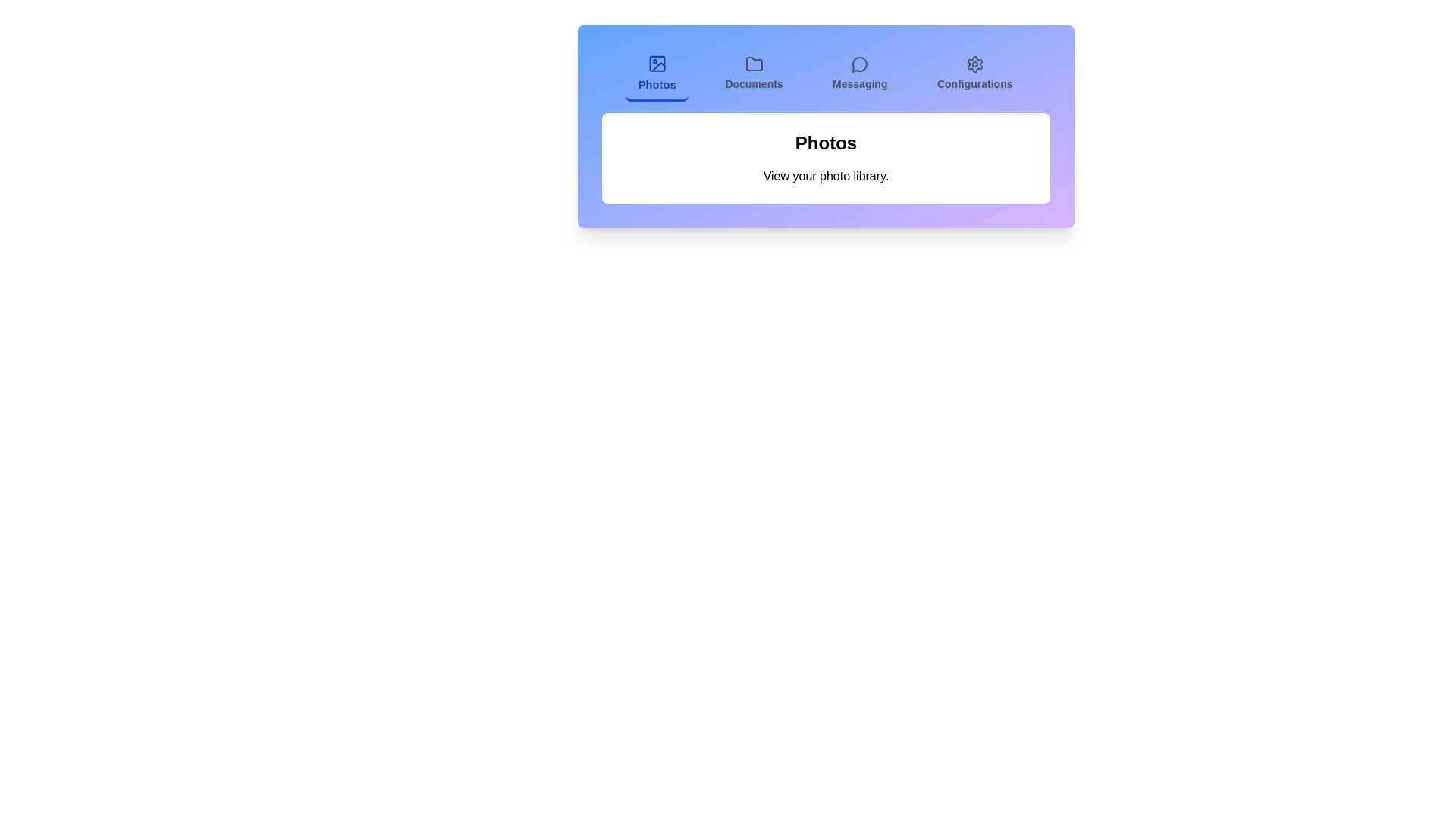 The image size is (1456, 819). I want to click on the Messaging tab to view its content, so click(859, 75).